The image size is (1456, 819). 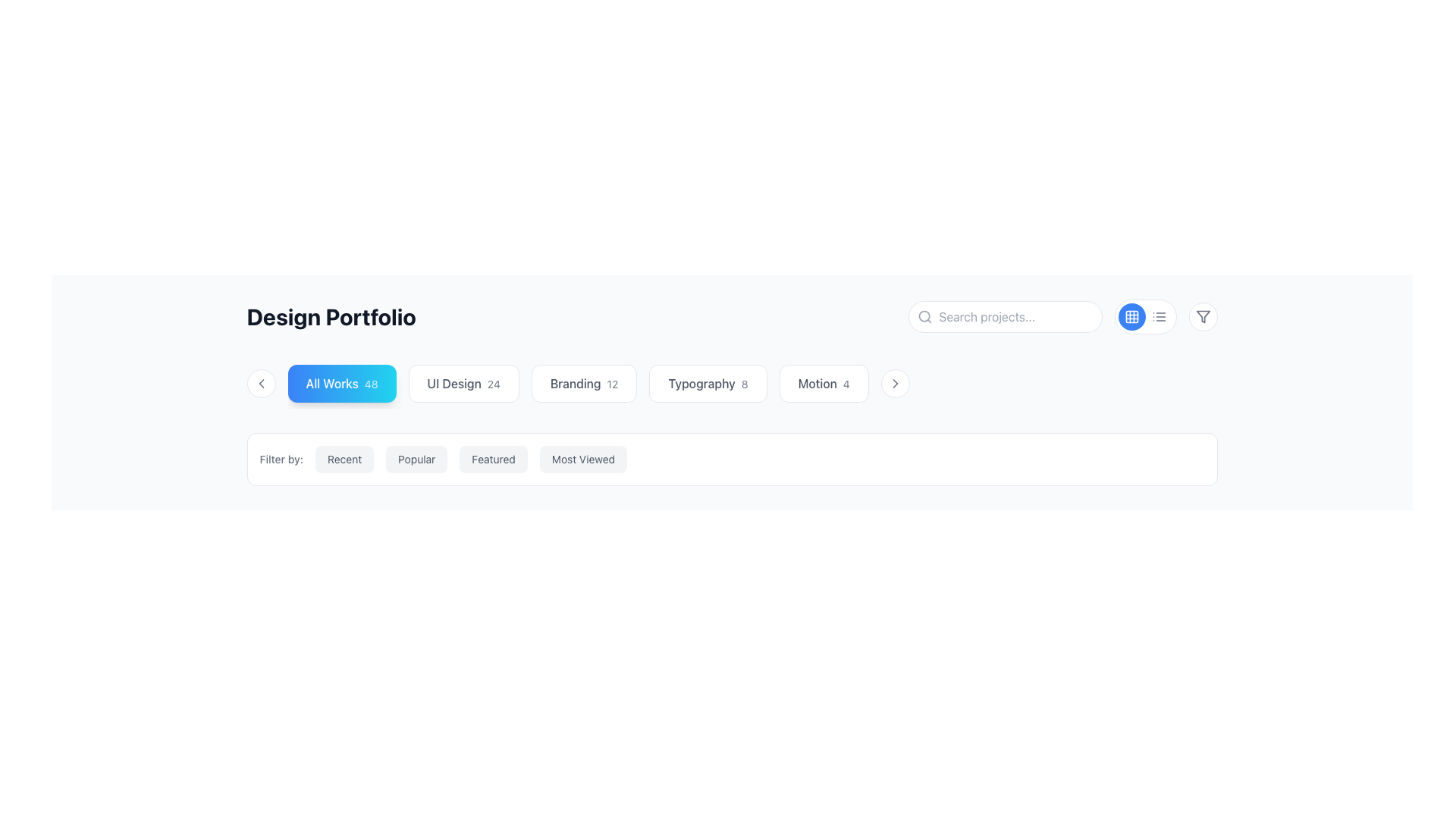 What do you see at coordinates (261, 382) in the screenshot?
I see `the navigation button located at the far left side of the horizontal list of categorized buttons titled 'All Works', 'UI Design', etc` at bounding box center [261, 382].